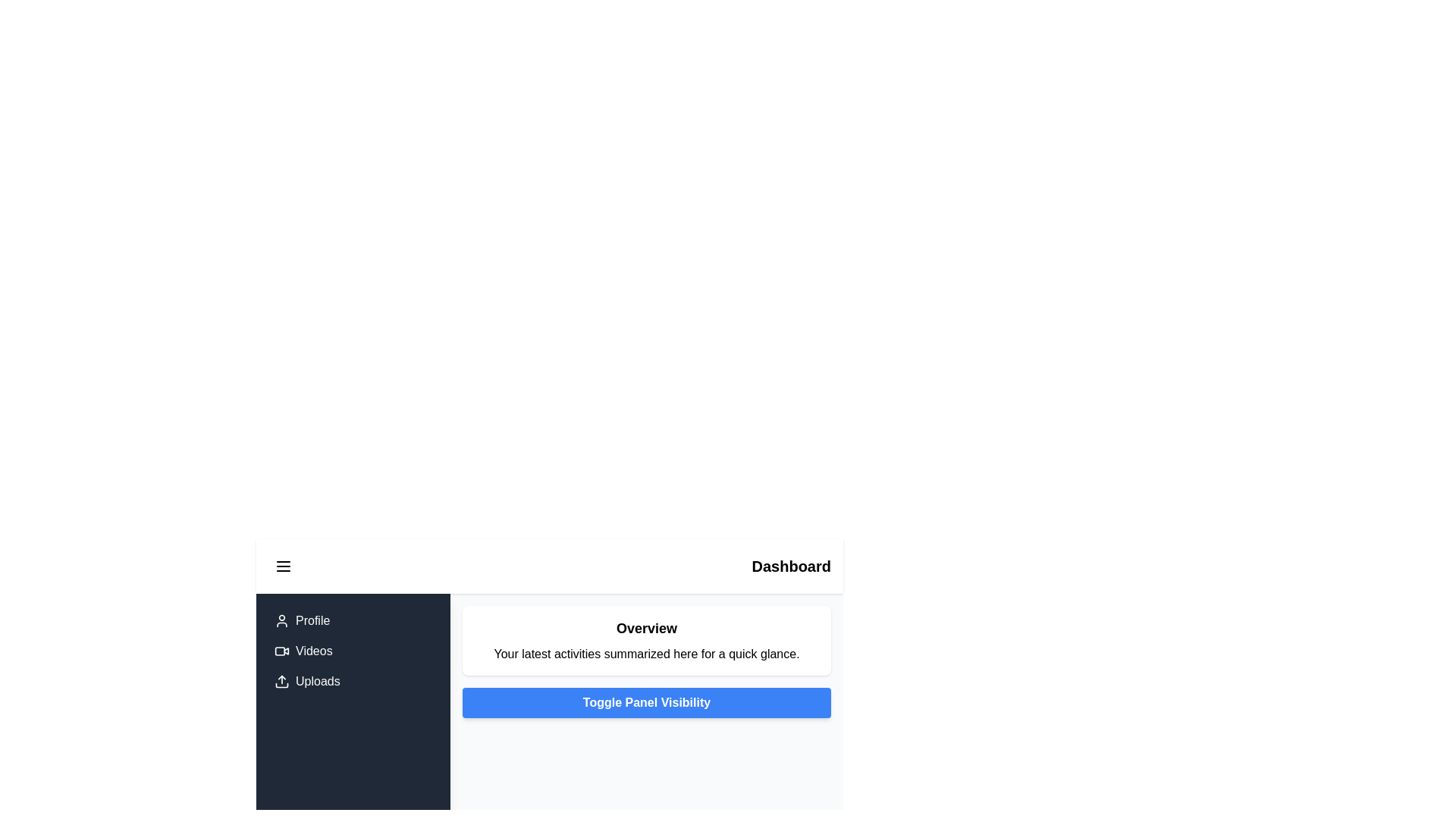  I want to click on the Videos menu icon located in the left-side vertical navigation panel, positioned between the Profile icon and the Uploads icon, so click(282, 651).